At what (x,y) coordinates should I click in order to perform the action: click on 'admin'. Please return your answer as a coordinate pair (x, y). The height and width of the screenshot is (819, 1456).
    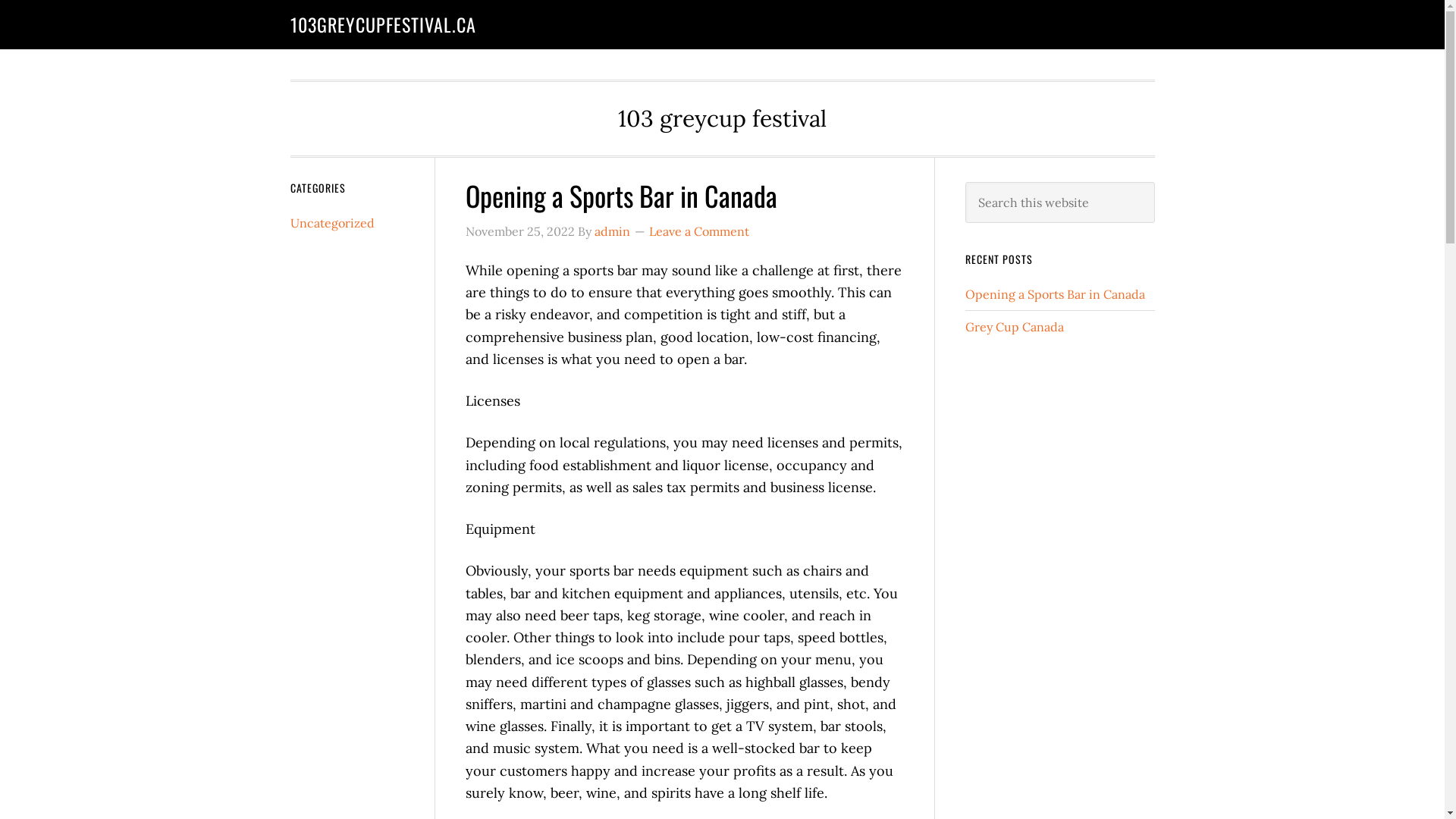
    Looking at the image, I should click on (593, 231).